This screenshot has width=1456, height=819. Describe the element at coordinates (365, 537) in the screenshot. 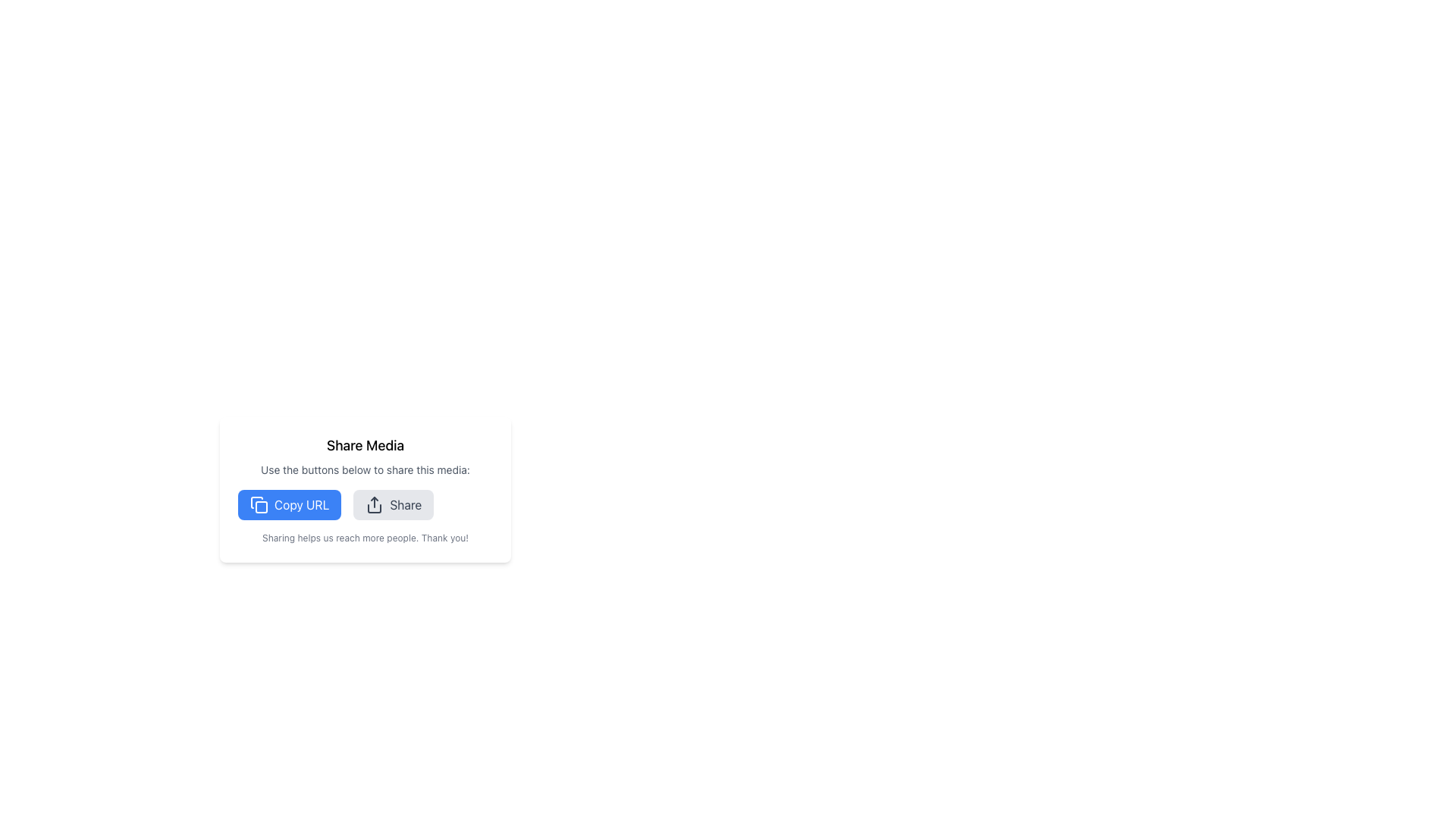

I see `the static text block that conveys a message of appreciation and encouragement, positioned directly below the 'Share' button group` at that location.